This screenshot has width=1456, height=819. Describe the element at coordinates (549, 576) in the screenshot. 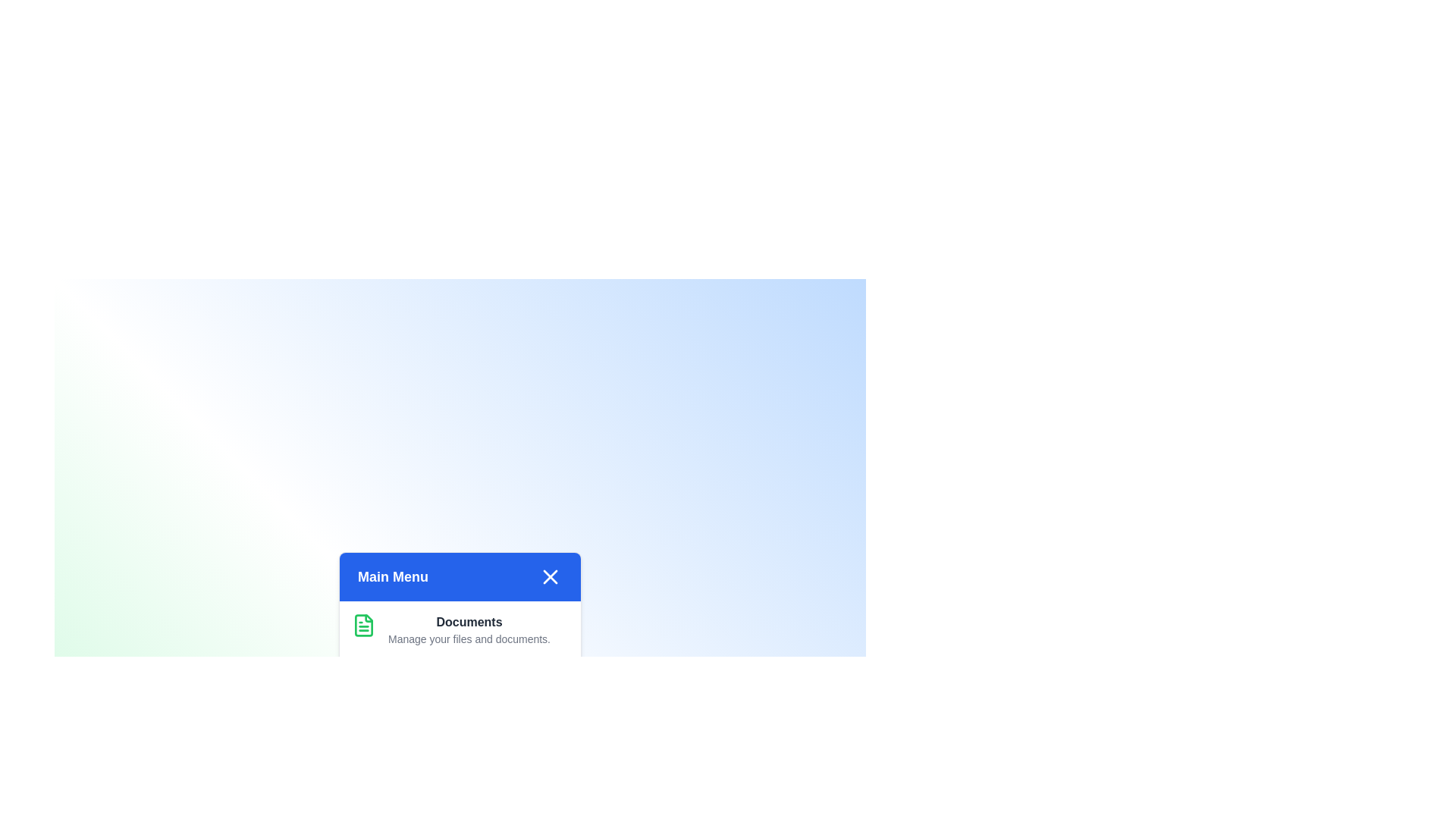

I see `the close button to toggle the menu visibility` at that location.